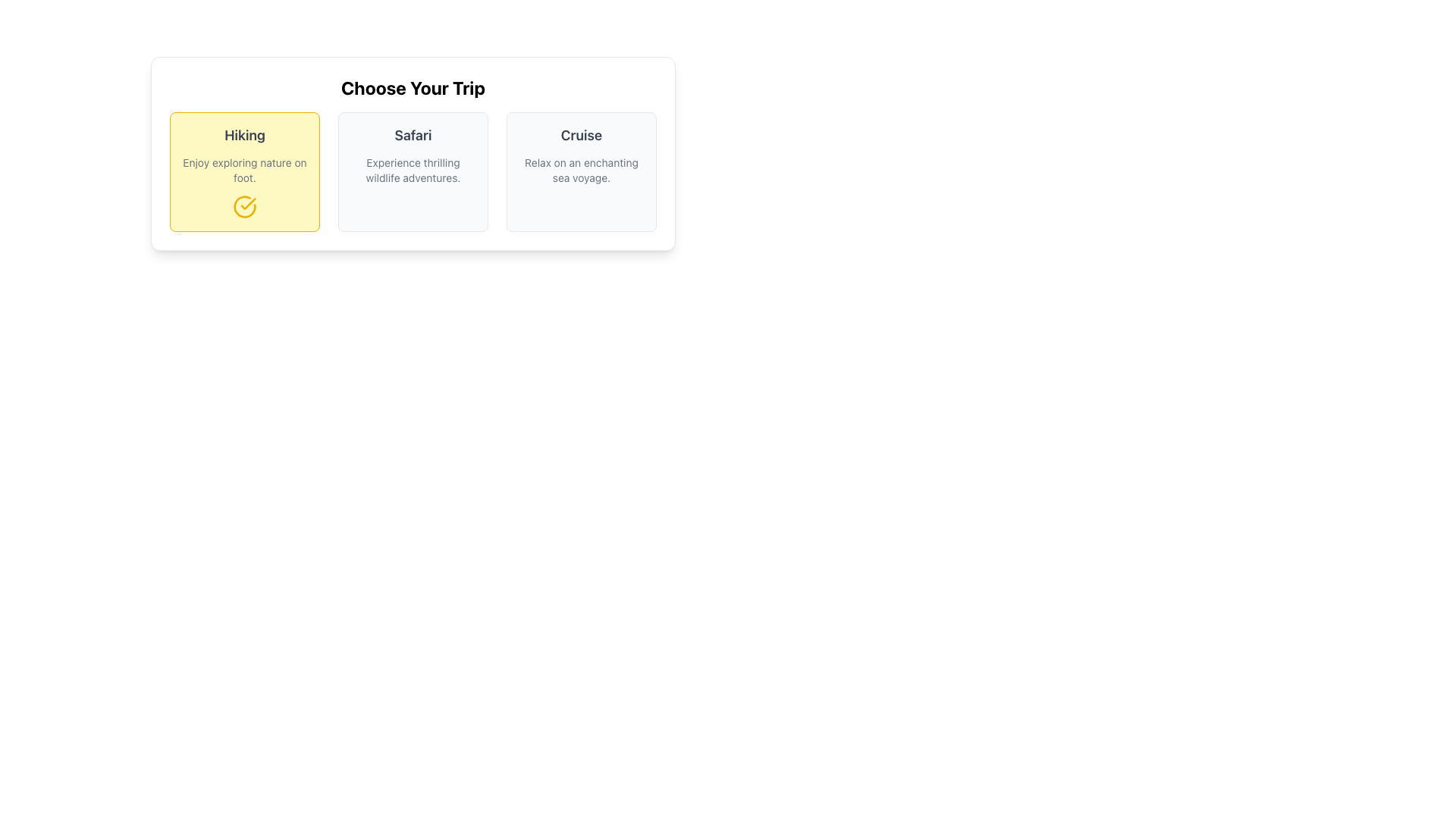  What do you see at coordinates (413, 171) in the screenshot?
I see `the 'Safari' card, which has a light gray background and contains the title 'Safari' in bold text` at bounding box center [413, 171].